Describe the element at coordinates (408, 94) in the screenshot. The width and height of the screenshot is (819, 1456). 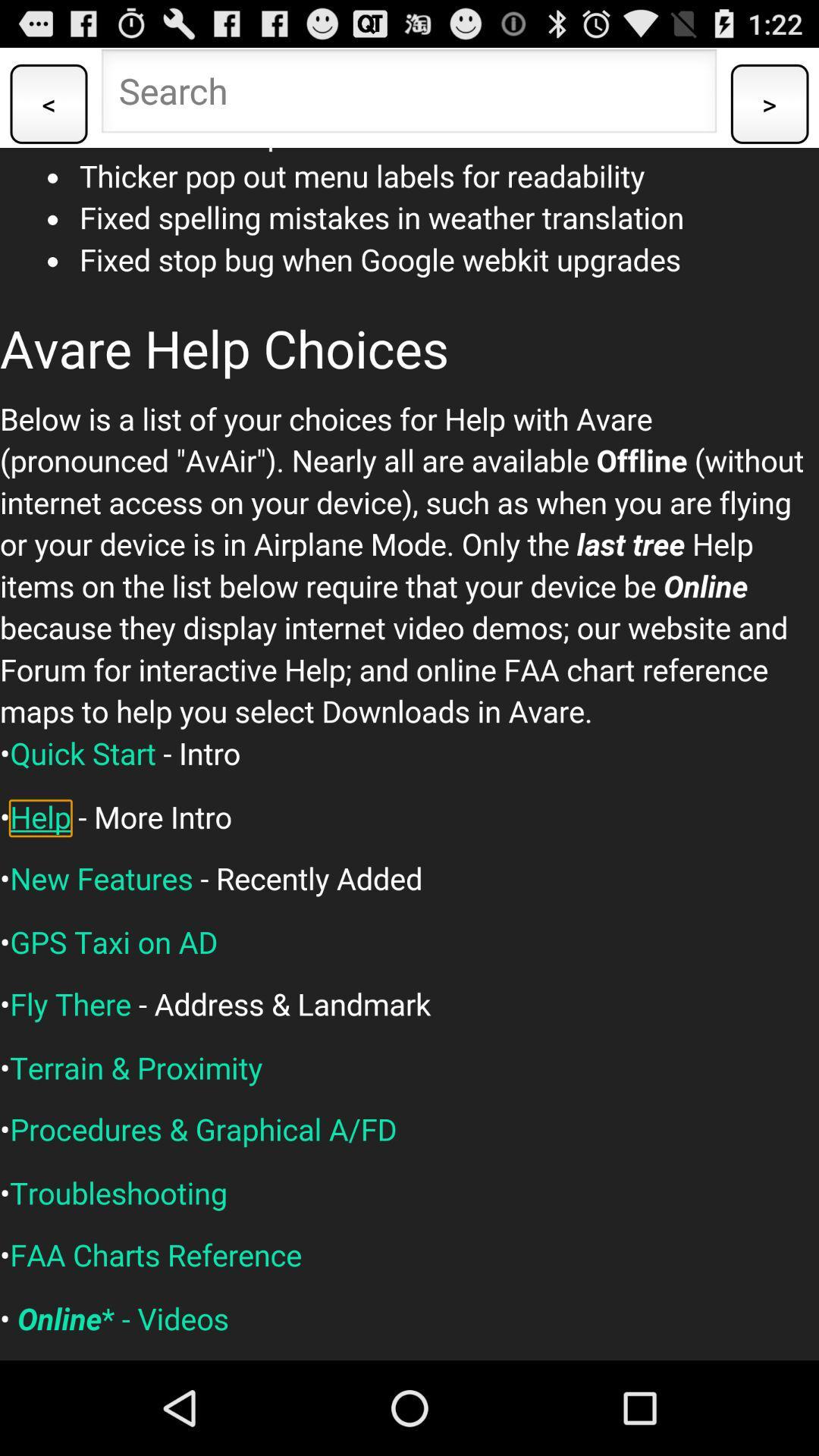
I see `type the searching option` at that location.